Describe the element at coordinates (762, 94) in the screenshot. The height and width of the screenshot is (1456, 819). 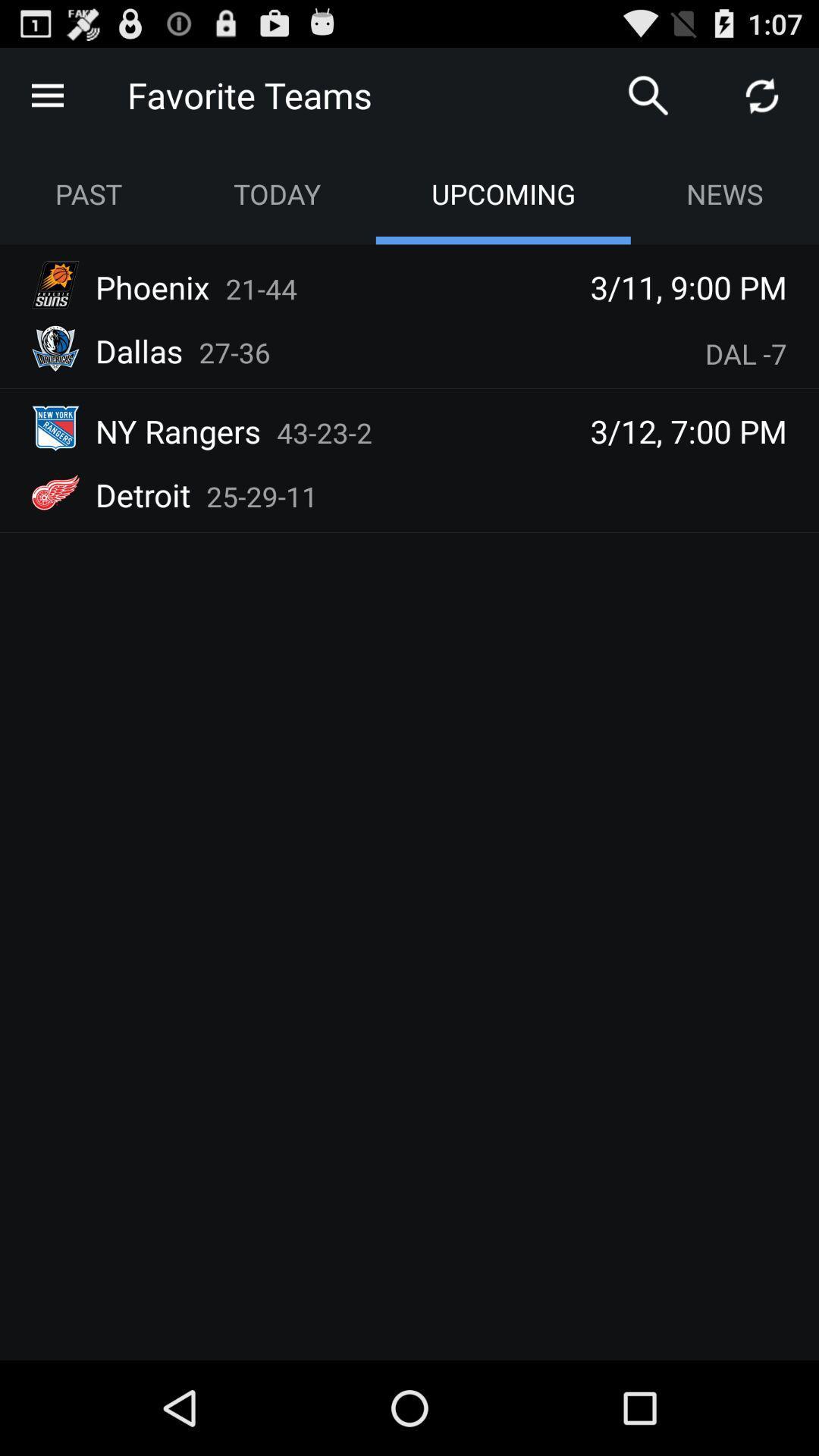
I see `refresh` at that location.